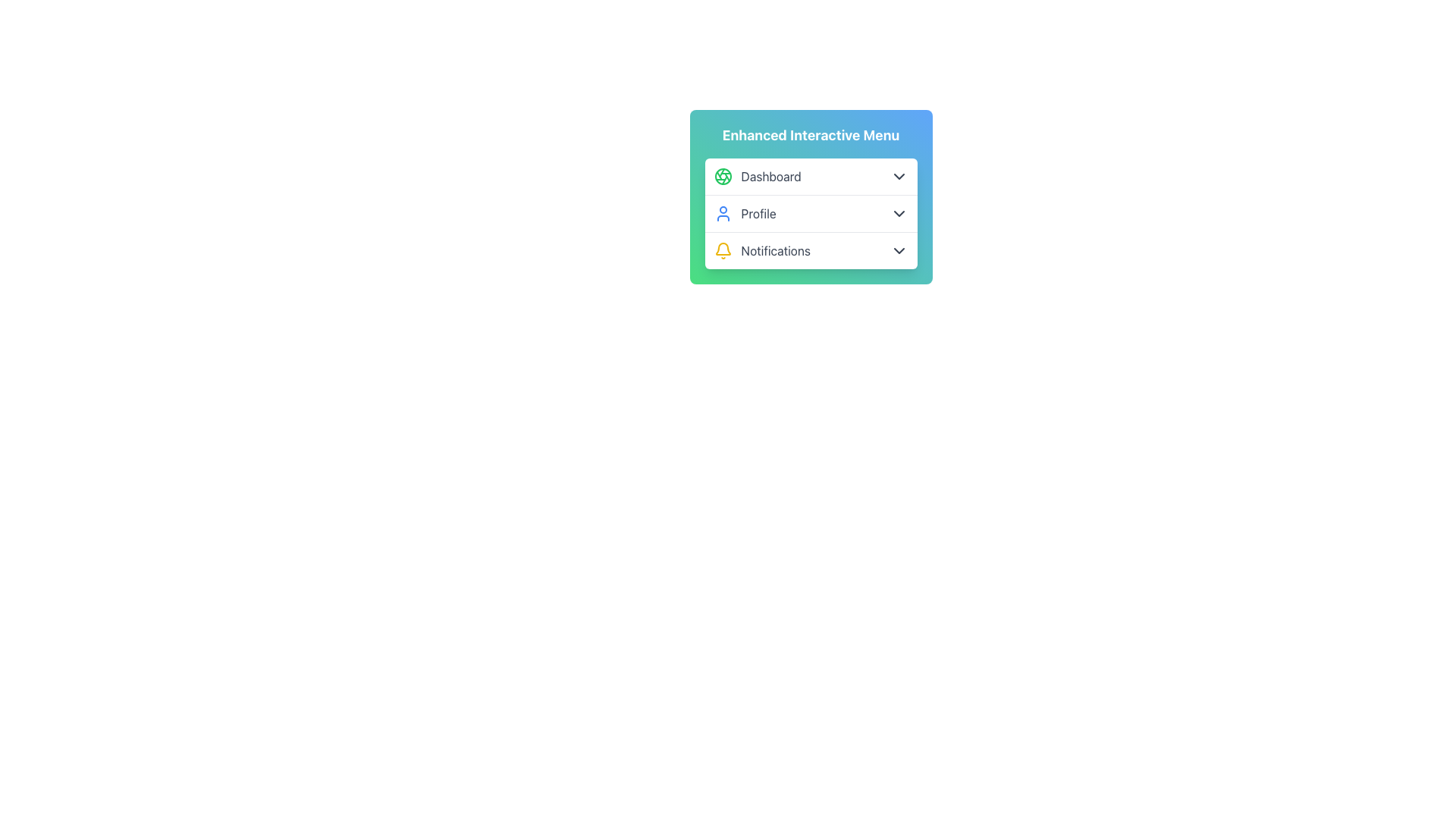 The image size is (1456, 819). I want to click on the green circular icon resembling an aperture symbol located to the left of the text 'Dashboard' in the menu interface, so click(722, 175).